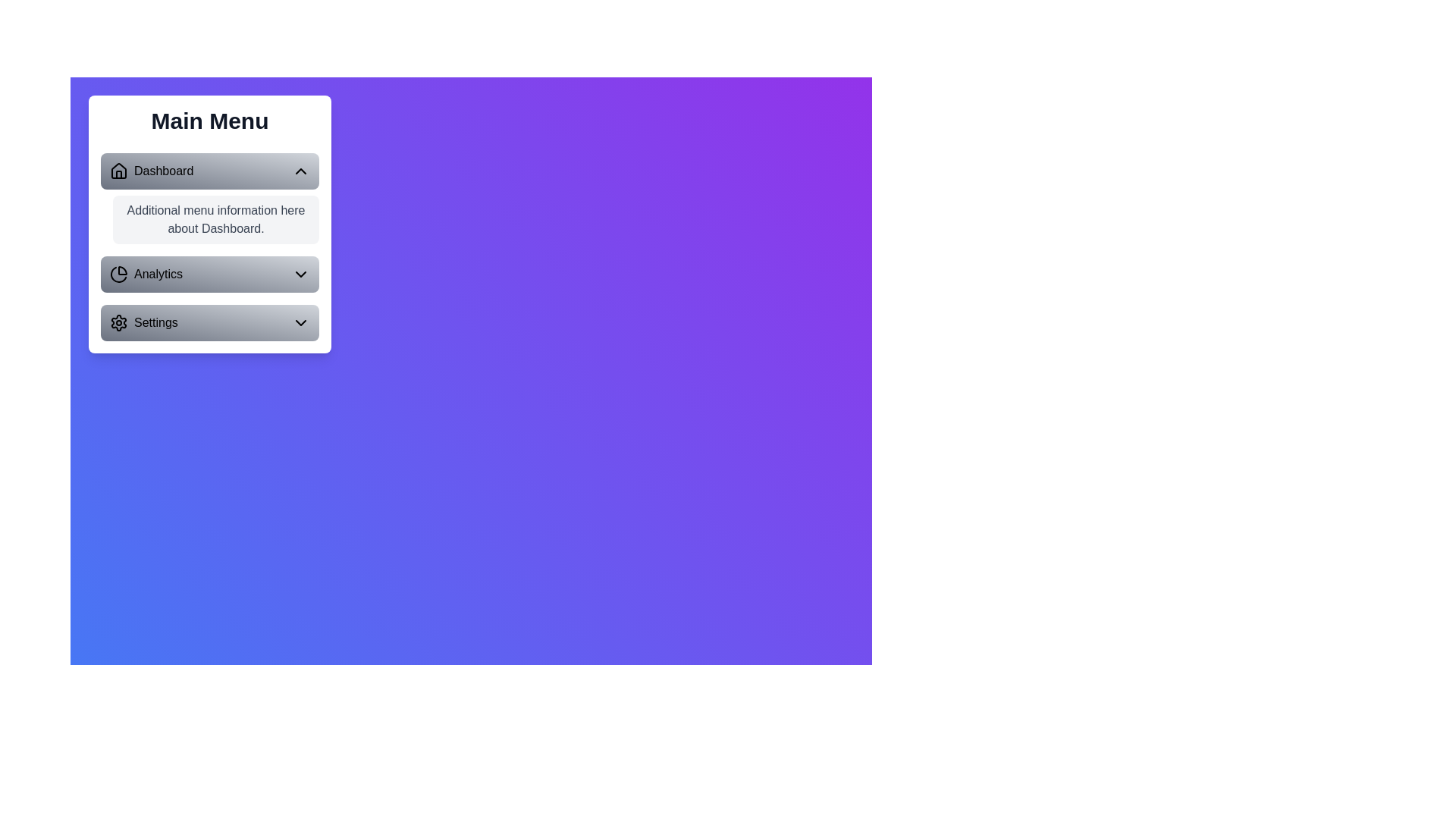  What do you see at coordinates (118, 322) in the screenshot?
I see `the small gear icon representing settings` at bounding box center [118, 322].